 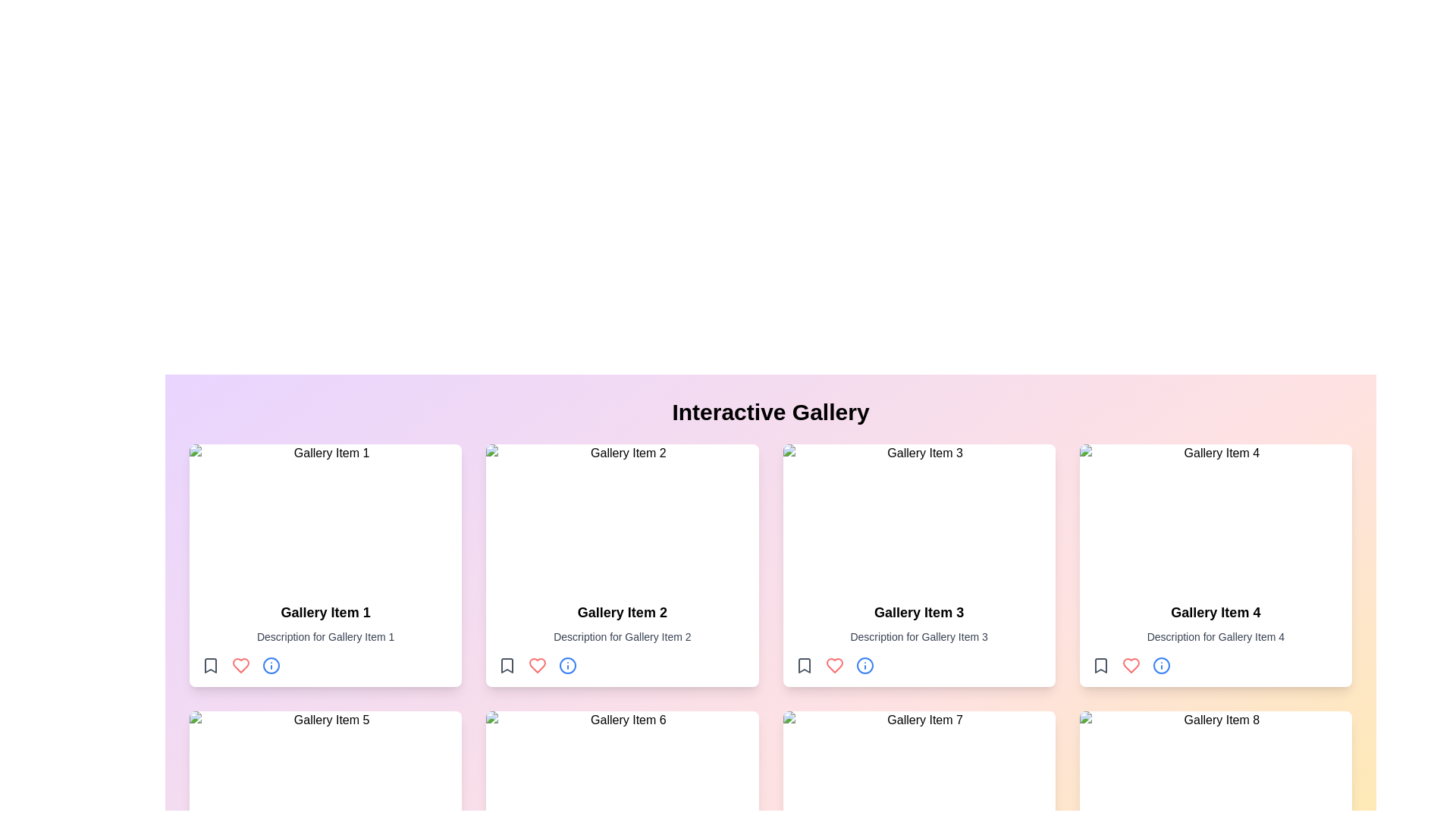 What do you see at coordinates (325, 638) in the screenshot?
I see `the Information Panel displaying 'Gallery Item 1' with the subtitle 'Description for Gallery Item 1', located in the lower part of the first card in the gallery grid` at bounding box center [325, 638].